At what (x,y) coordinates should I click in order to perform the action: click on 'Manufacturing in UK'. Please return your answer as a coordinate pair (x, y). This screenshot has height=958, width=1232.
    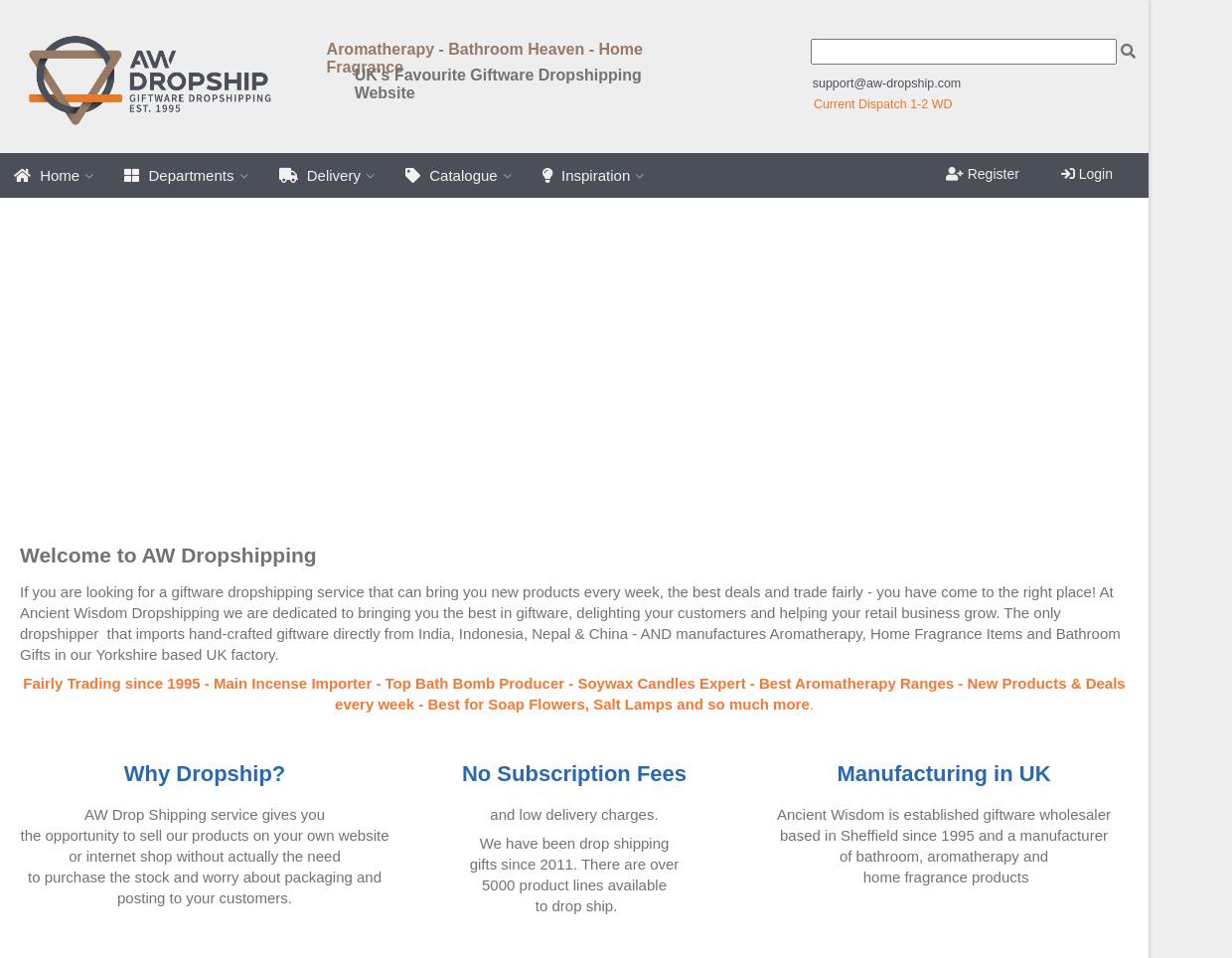
    Looking at the image, I should click on (942, 773).